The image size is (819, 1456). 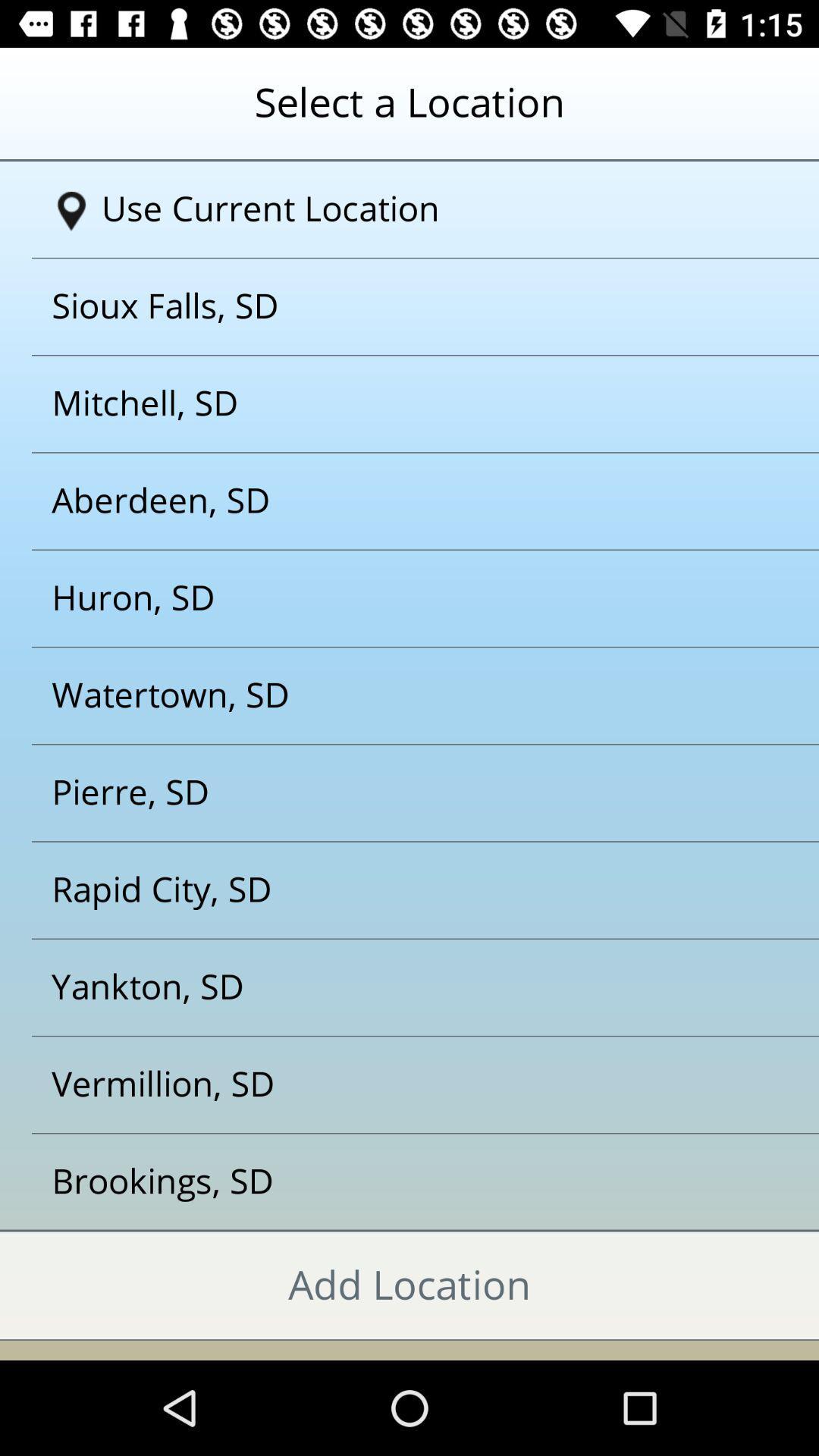 What do you see at coordinates (415, 209) in the screenshot?
I see `the text which is under the text select a location` at bounding box center [415, 209].